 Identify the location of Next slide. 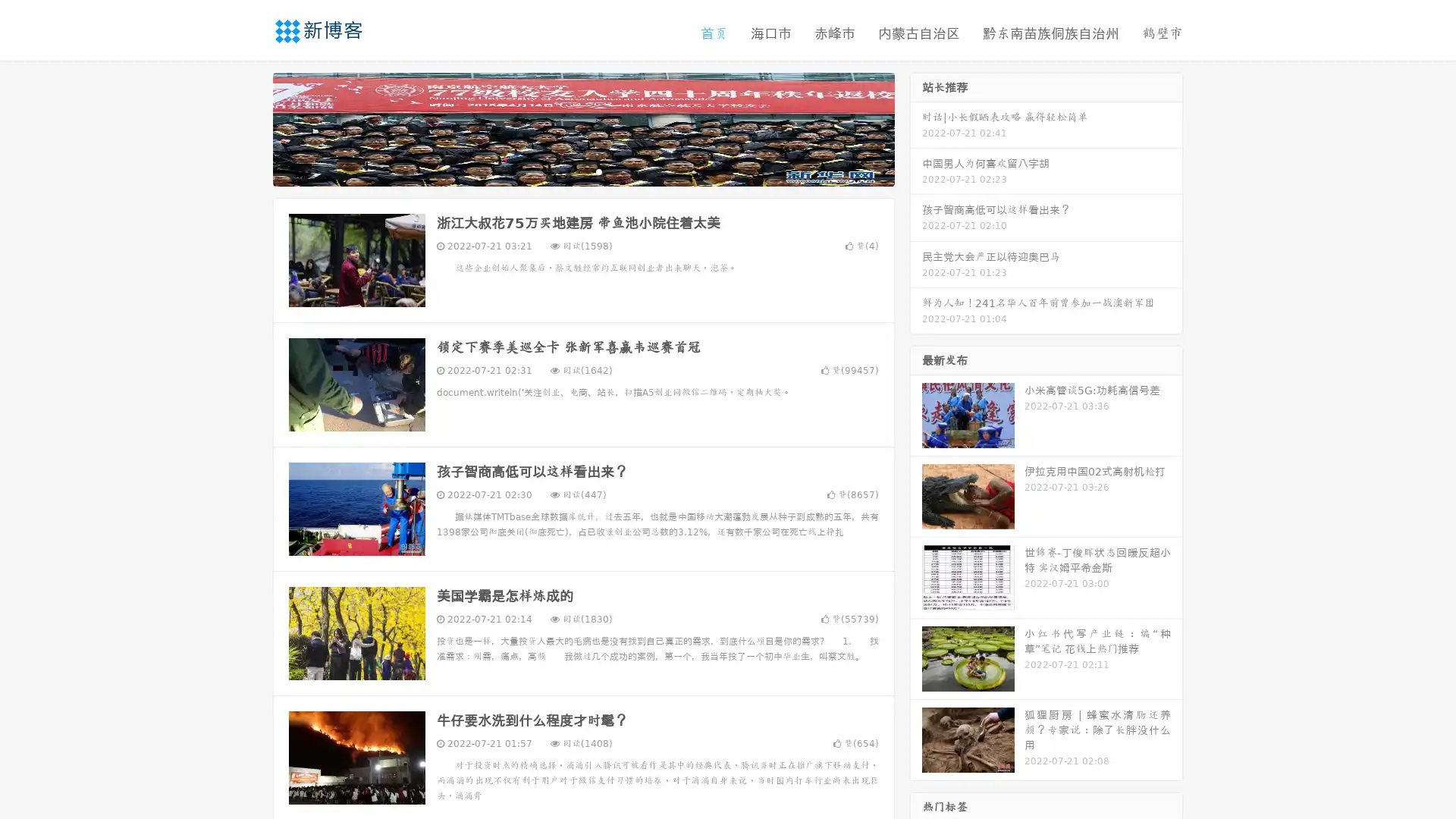
(916, 127).